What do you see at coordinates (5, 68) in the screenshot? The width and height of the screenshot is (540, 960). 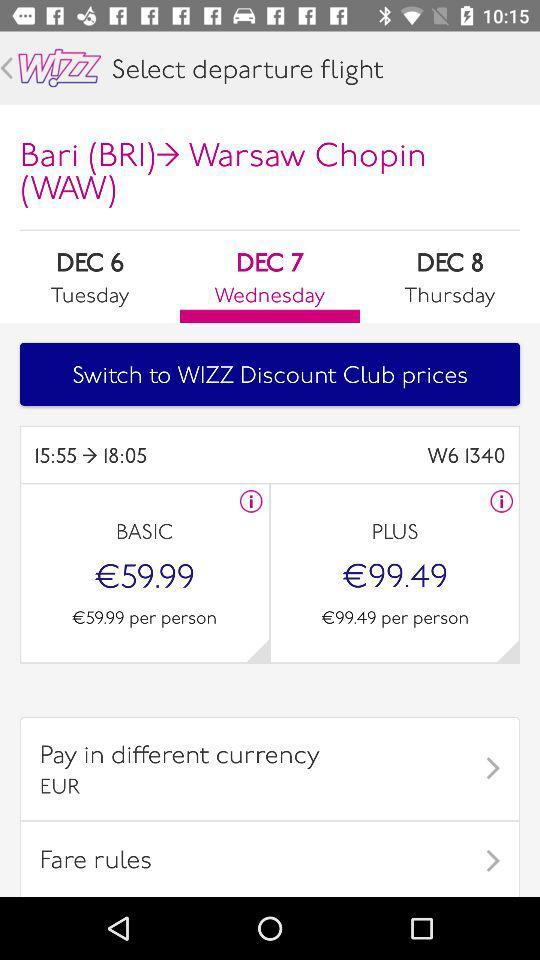 I see `go back` at bounding box center [5, 68].